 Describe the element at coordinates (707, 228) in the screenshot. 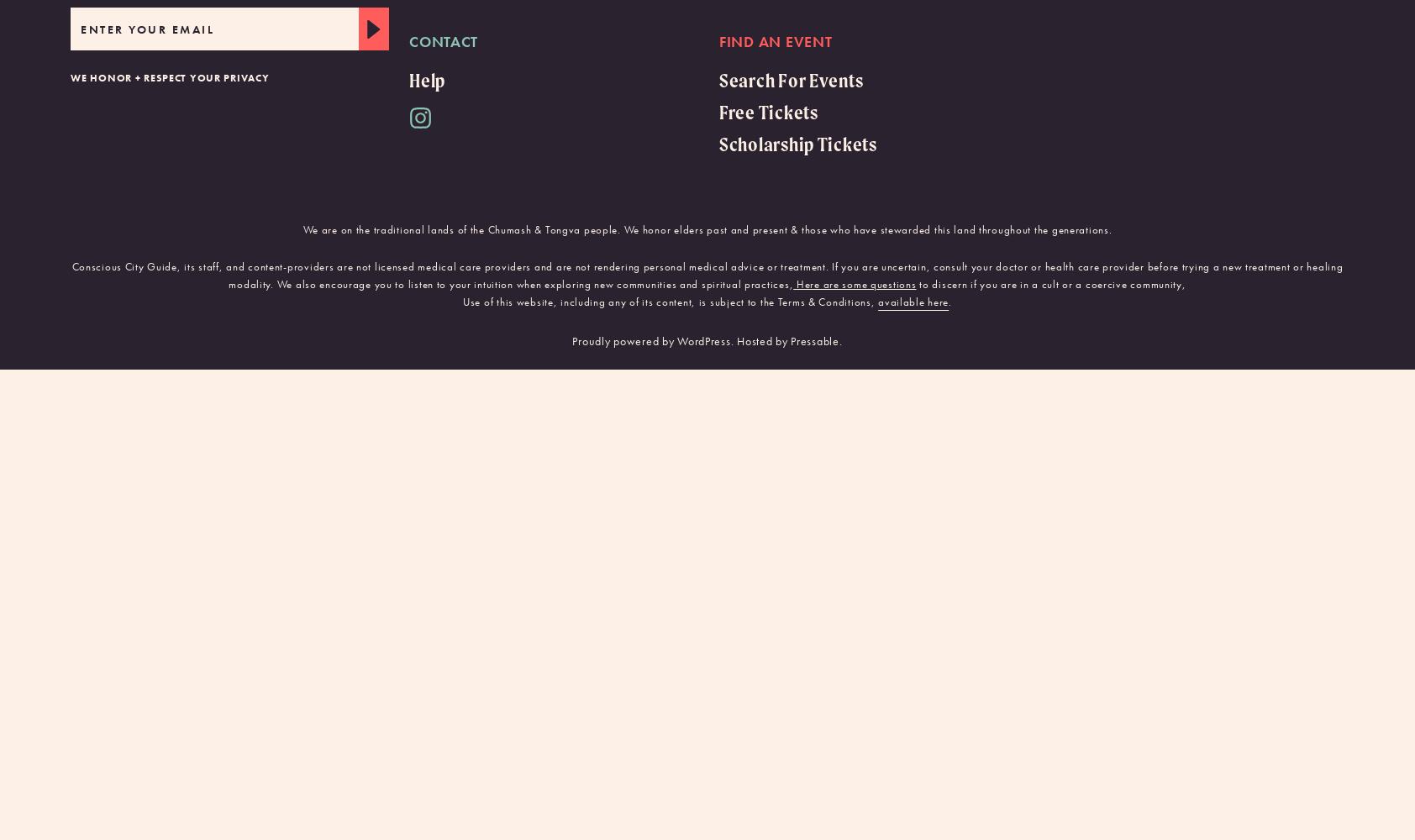

I see `'We are on the traditional lands of the Chumash & Tongva people. We honor elders past and present & those who have stewarded this land throughout the generations.'` at that location.